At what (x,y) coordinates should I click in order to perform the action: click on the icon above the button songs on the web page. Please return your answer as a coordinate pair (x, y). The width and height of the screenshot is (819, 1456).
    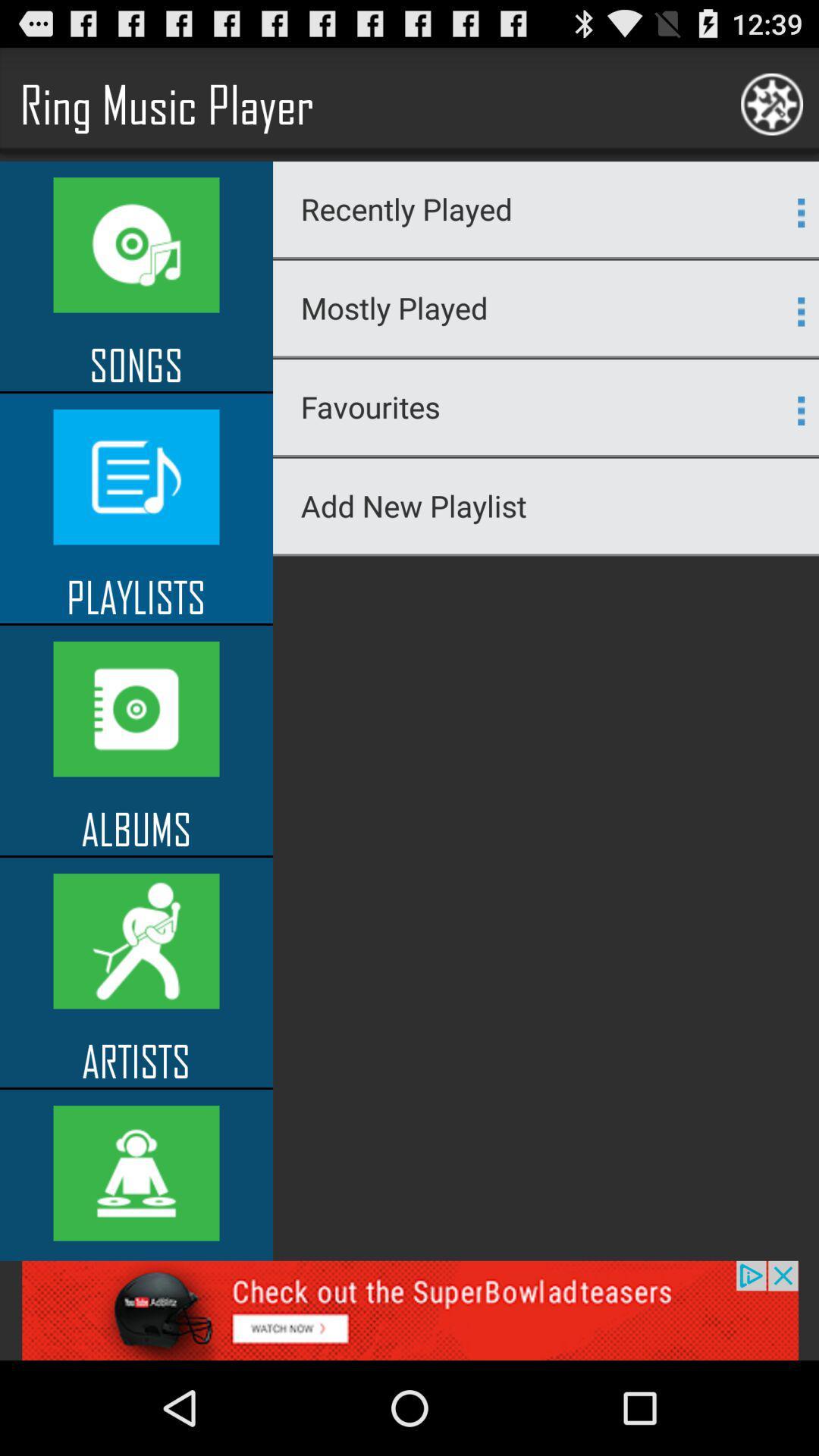
    Looking at the image, I should click on (136, 245).